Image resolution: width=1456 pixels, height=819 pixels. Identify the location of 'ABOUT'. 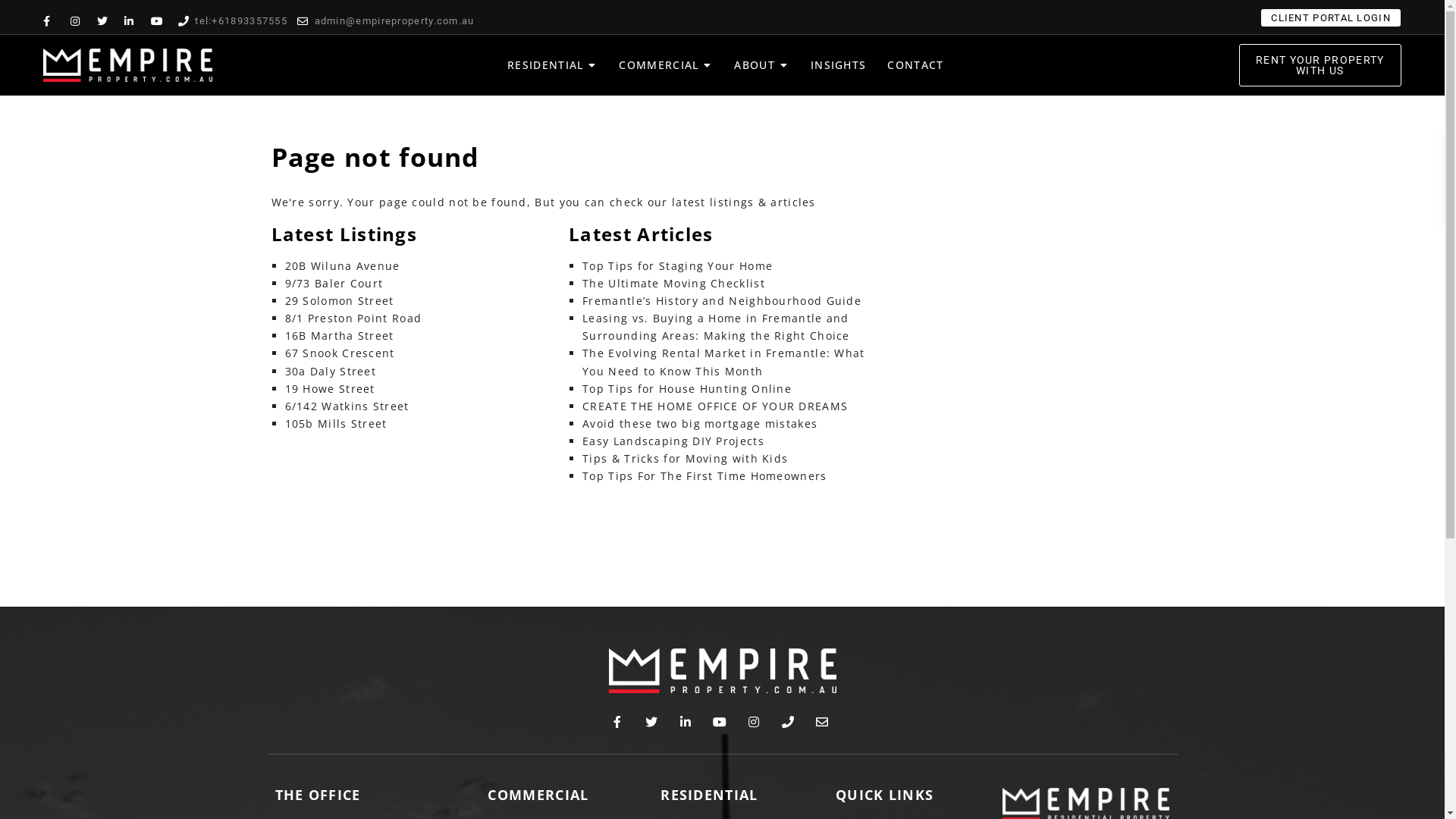
(734, 64).